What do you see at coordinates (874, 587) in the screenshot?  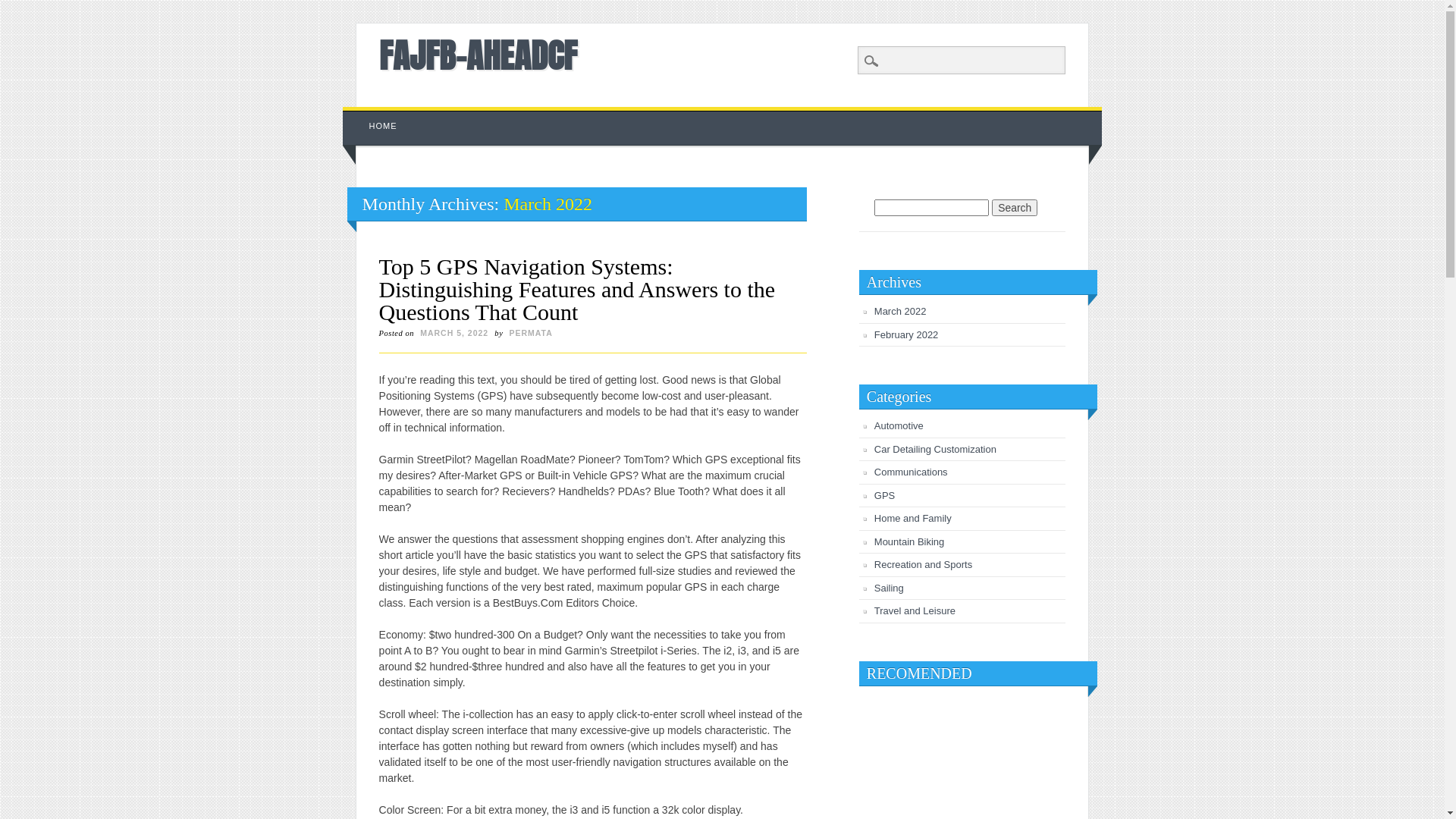 I see `'Sailing'` at bounding box center [874, 587].